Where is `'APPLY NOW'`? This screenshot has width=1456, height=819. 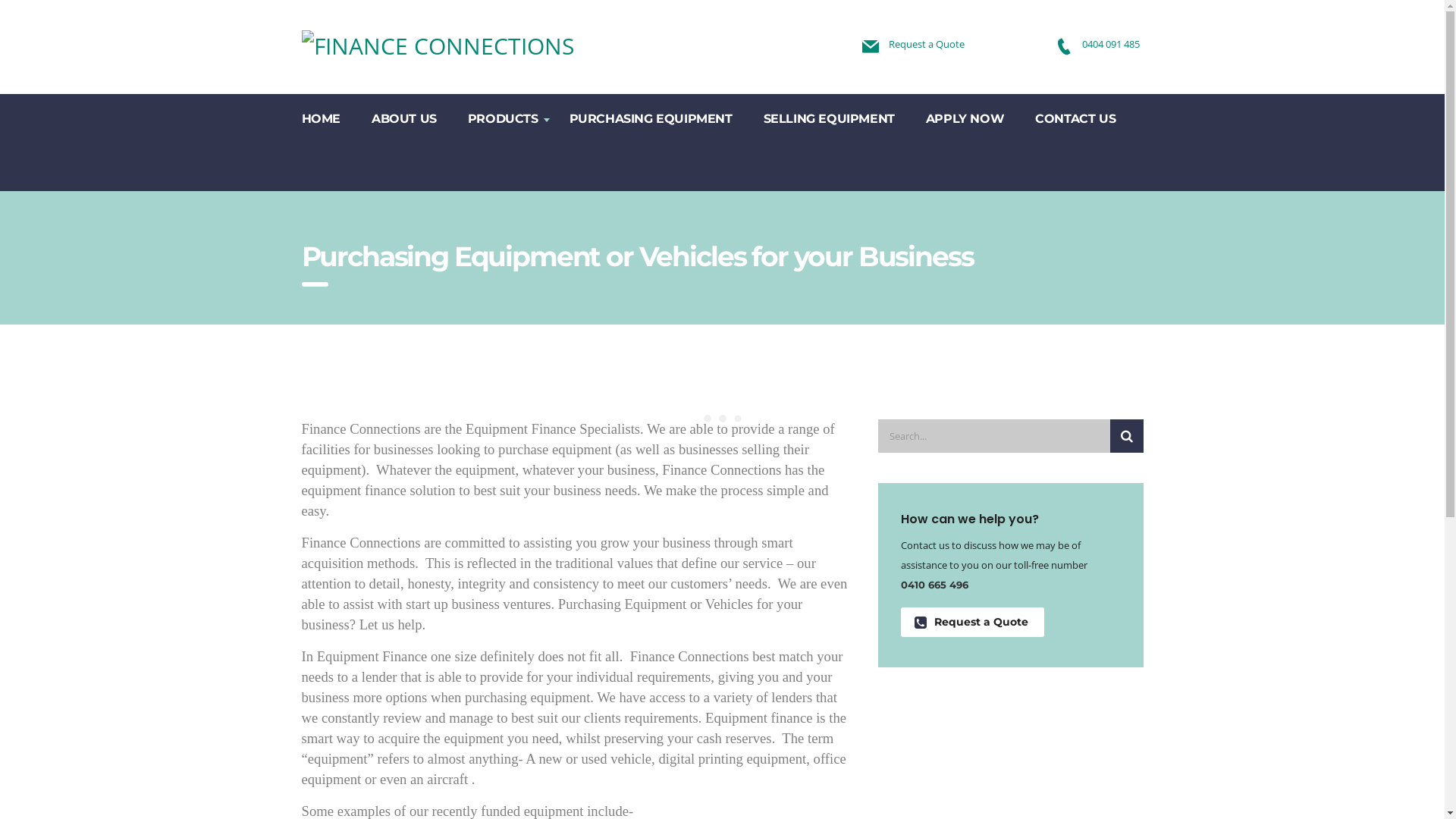
'APPLY NOW' is located at coordinates (964, 117).